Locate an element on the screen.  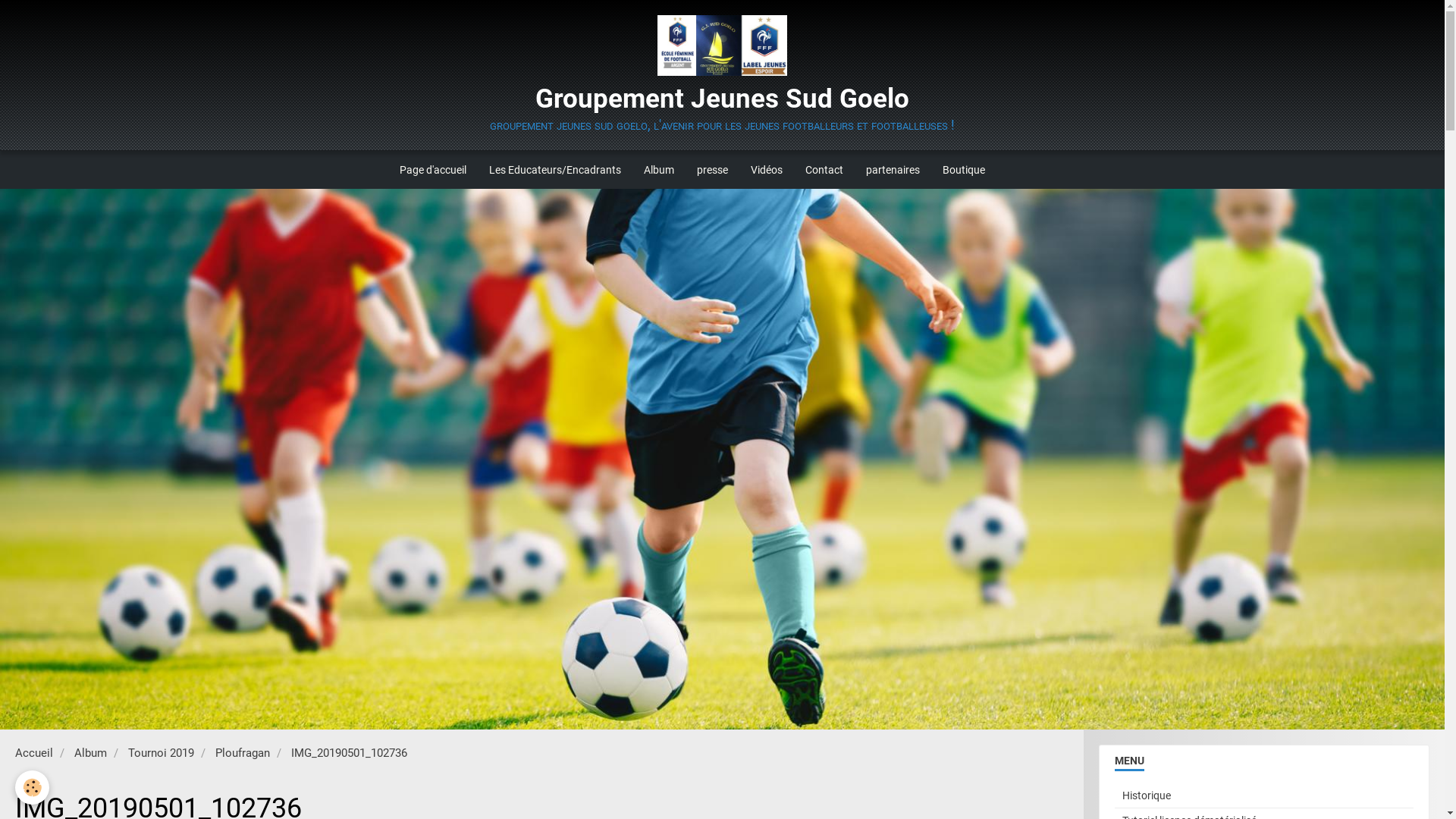
'Tournoi 2019' is located at coordinates (127, 752).